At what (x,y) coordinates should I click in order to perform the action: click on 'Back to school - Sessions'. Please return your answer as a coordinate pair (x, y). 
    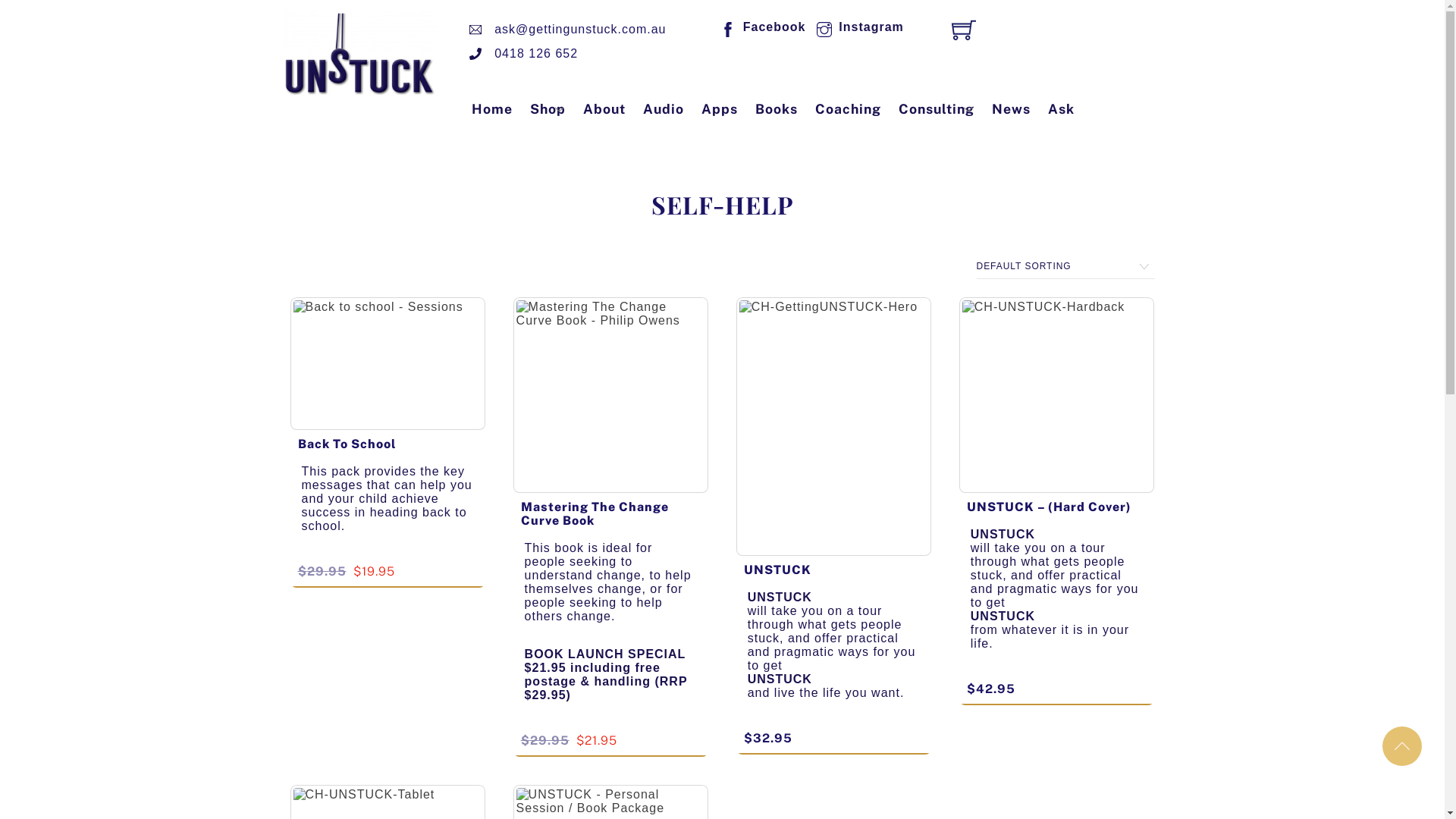
    Looking at the image, I should click on (290, 363).